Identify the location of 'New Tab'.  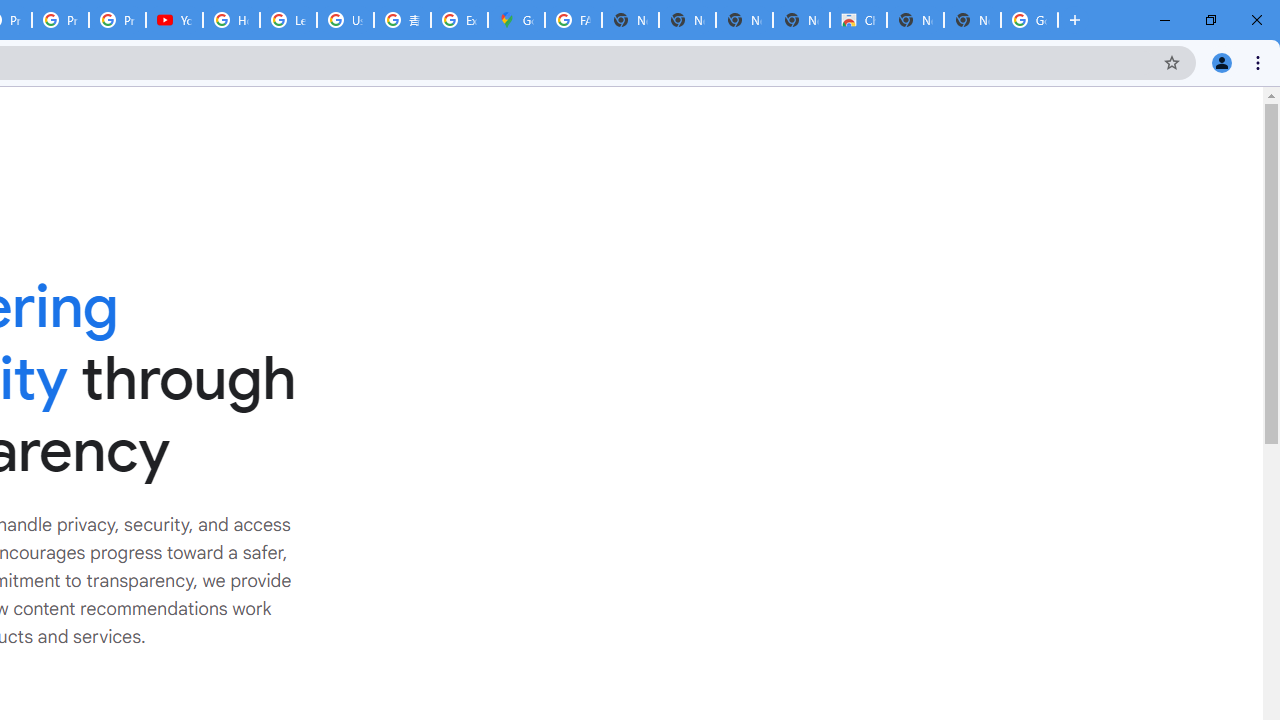
(972, 20).